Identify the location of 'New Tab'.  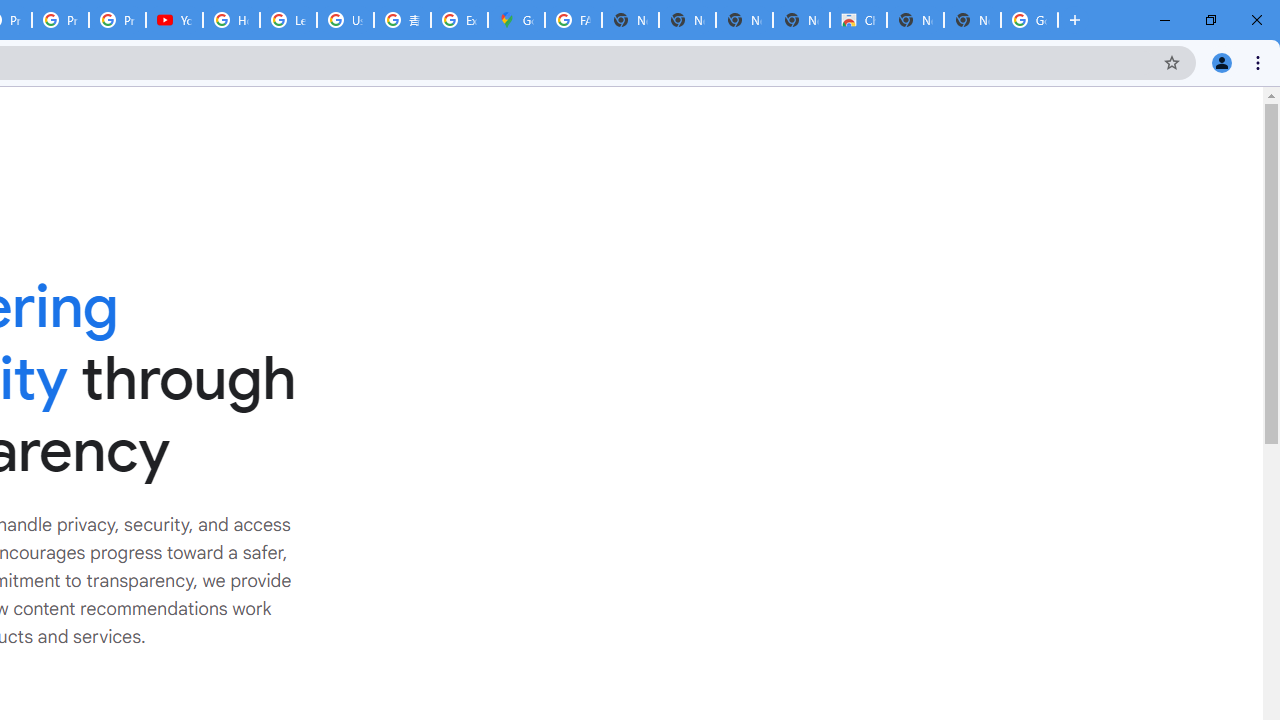
(972, 20).